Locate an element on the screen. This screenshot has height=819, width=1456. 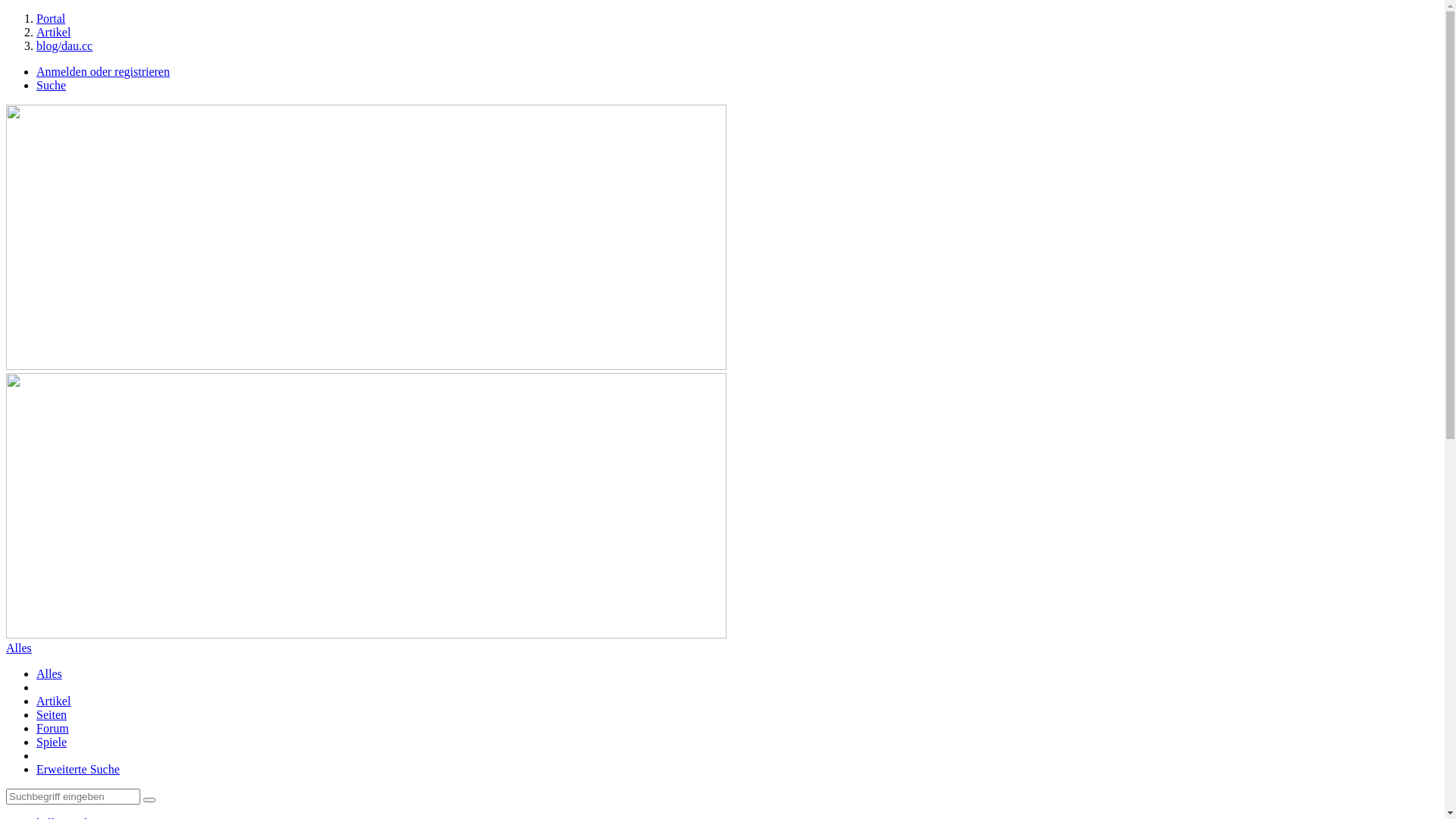
'Seiten' is located at coordinates (51, 714).